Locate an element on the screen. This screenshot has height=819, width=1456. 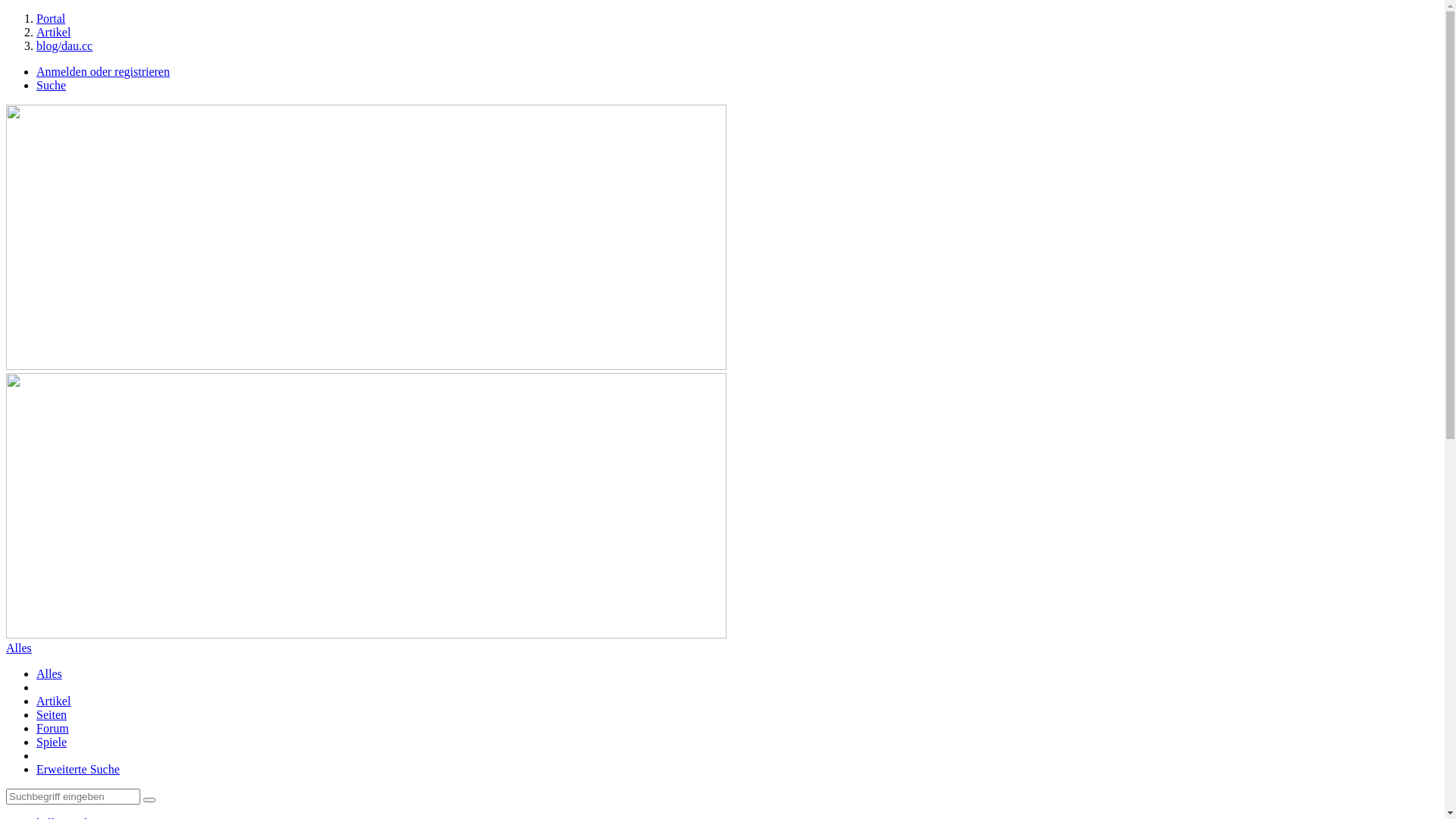
'Seiten' is located at coordinates (51, 714).